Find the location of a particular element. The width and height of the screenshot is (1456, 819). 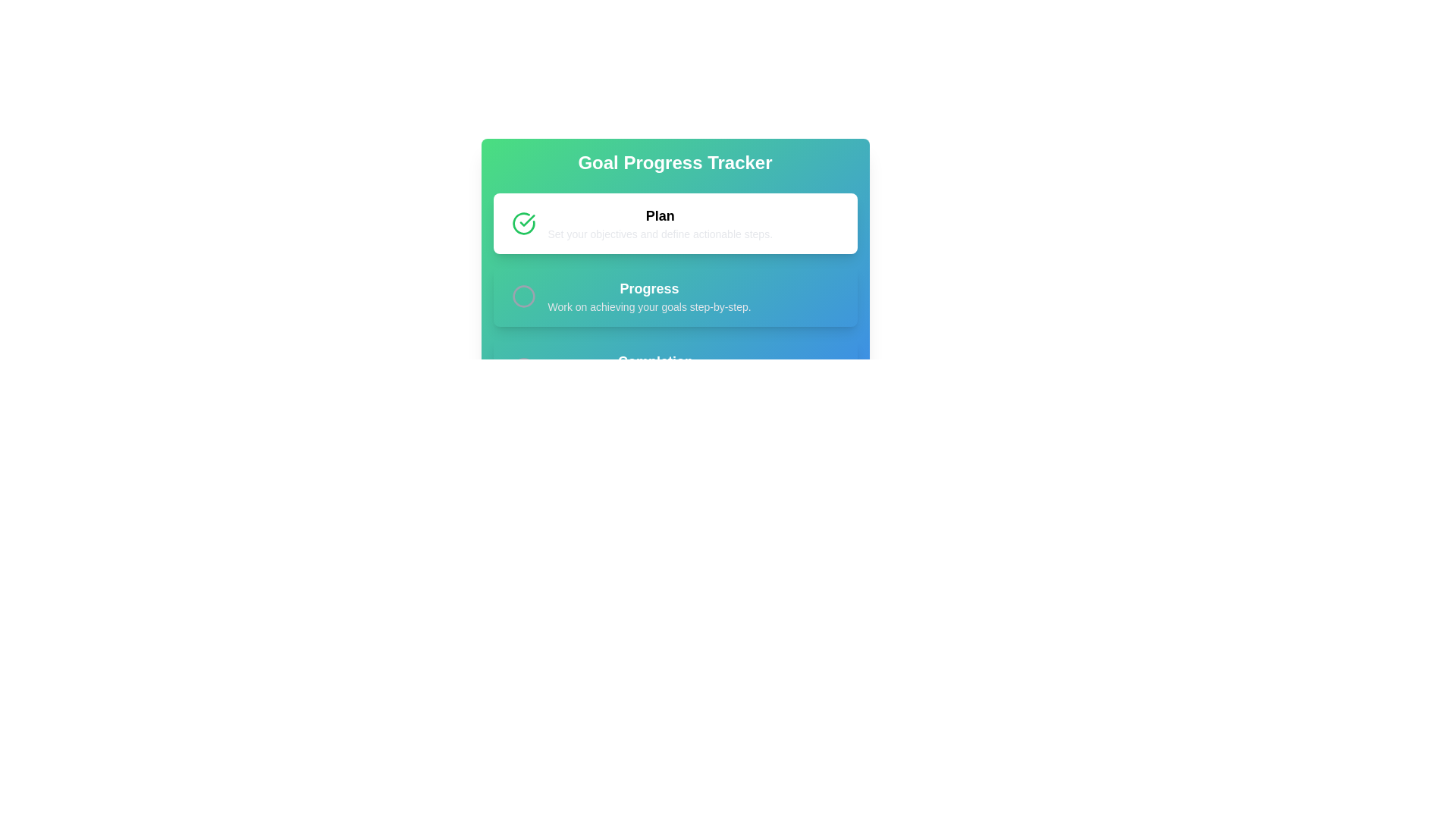

the circular SVG graphic element with a green border and checkmark, located to the left of the 'Plan' entry in the goal-tracker interface is located at coordinates (523, 223).